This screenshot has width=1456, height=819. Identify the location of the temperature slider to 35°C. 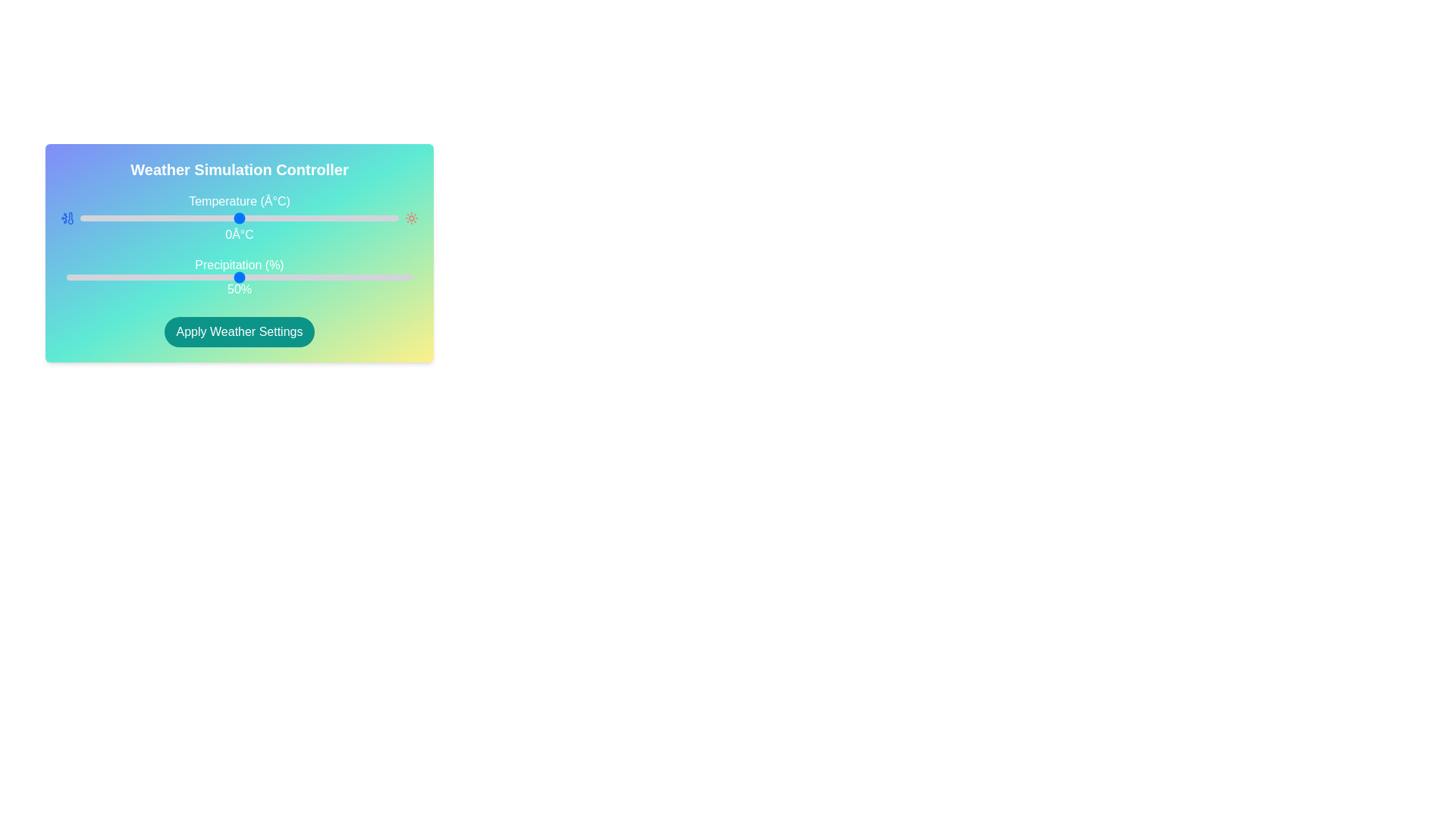
(350, 218).